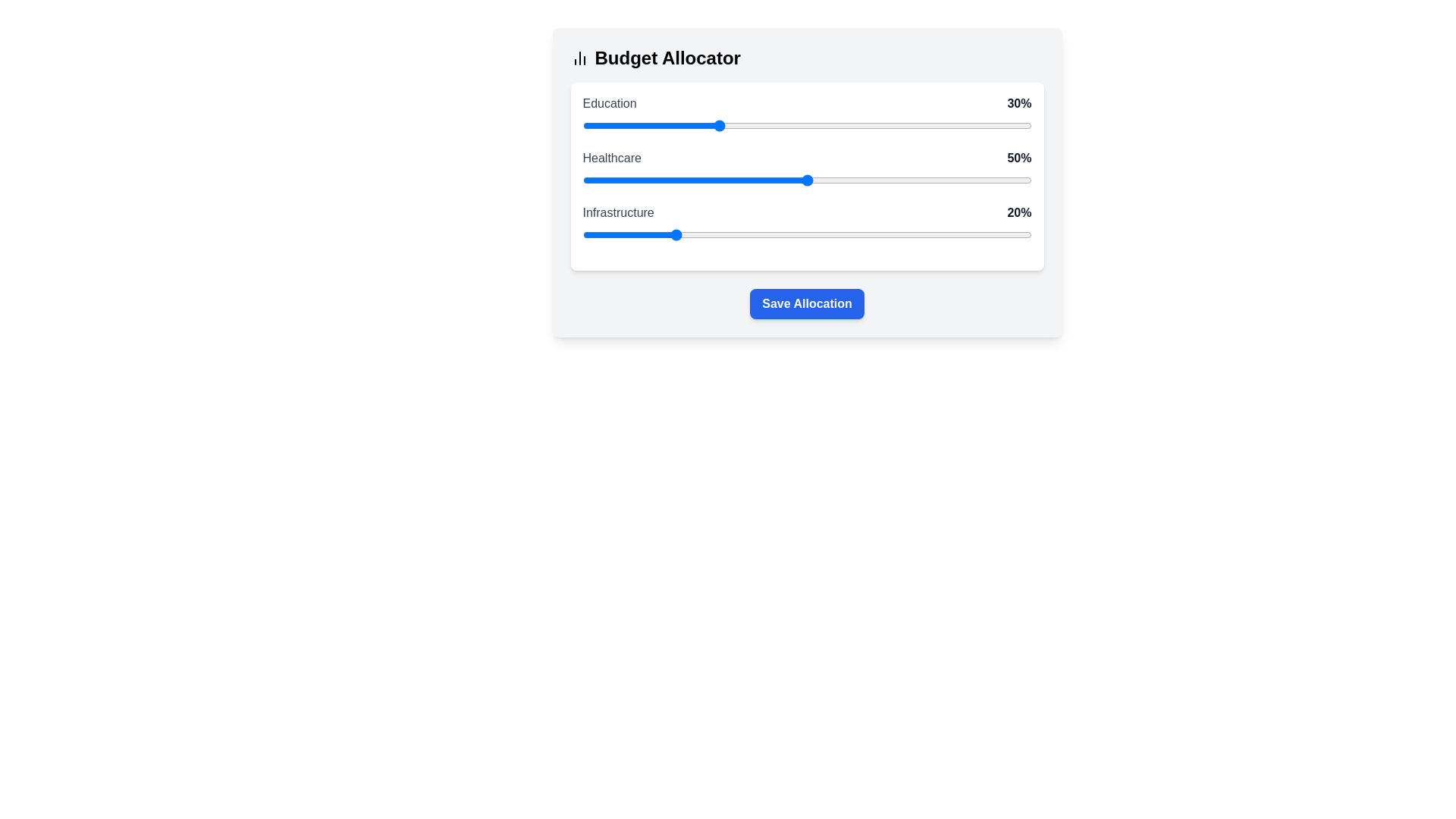  Describe the element at coordinates (901, 124) in the screenshot. I see `the education allocation` at that location.